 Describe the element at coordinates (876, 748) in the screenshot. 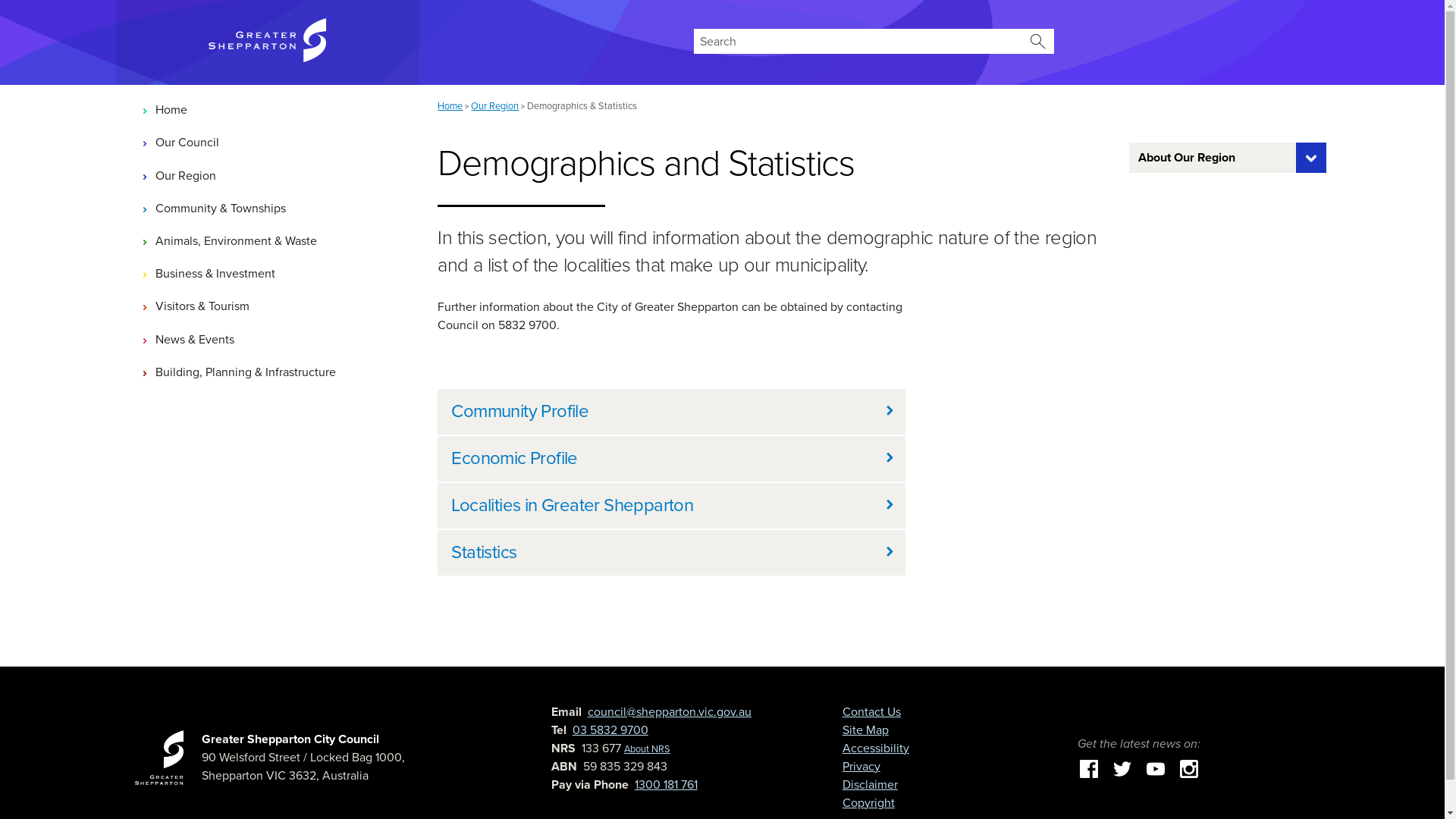

I see `'Accessibility'` at that location.